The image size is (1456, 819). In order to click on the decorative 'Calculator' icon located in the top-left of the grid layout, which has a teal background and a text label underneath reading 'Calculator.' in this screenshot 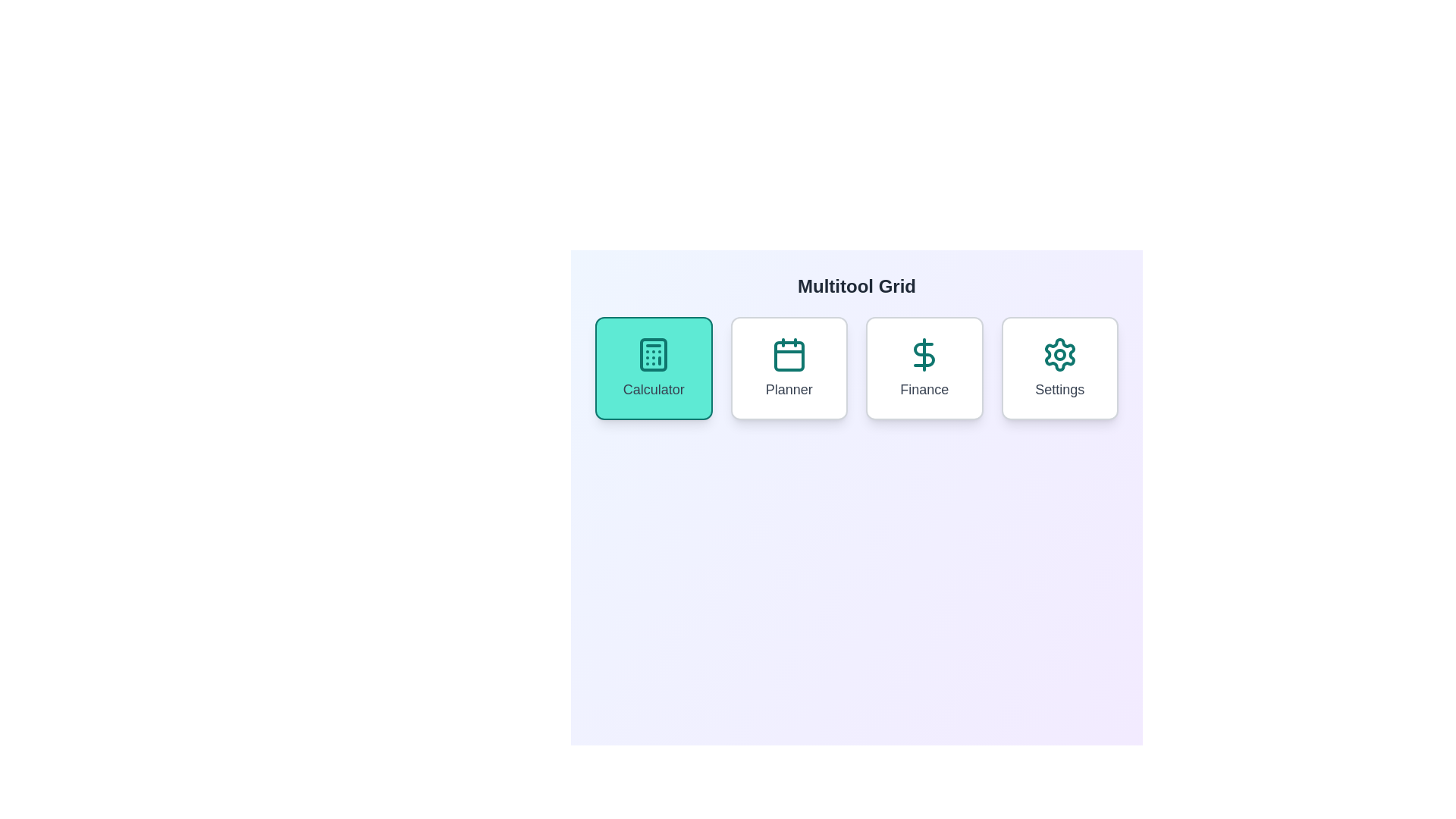, I will do `click(654, 354)`.